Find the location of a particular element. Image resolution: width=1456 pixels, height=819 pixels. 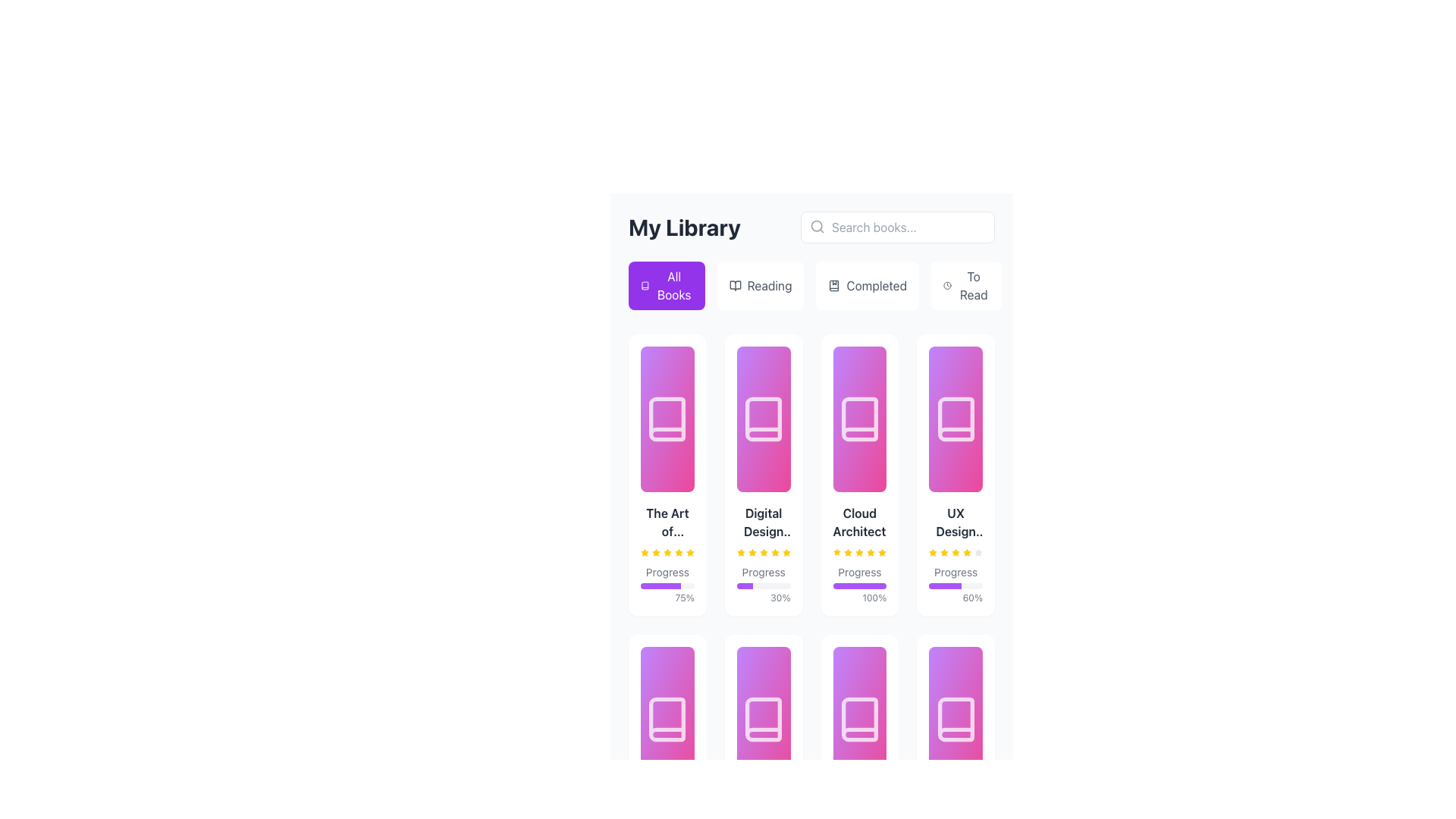

the book icon with a white outline against a pink-to-purple gradient background located in the second card labeled 'Digital Design' in the library grid is located at coordinates (764, 419).